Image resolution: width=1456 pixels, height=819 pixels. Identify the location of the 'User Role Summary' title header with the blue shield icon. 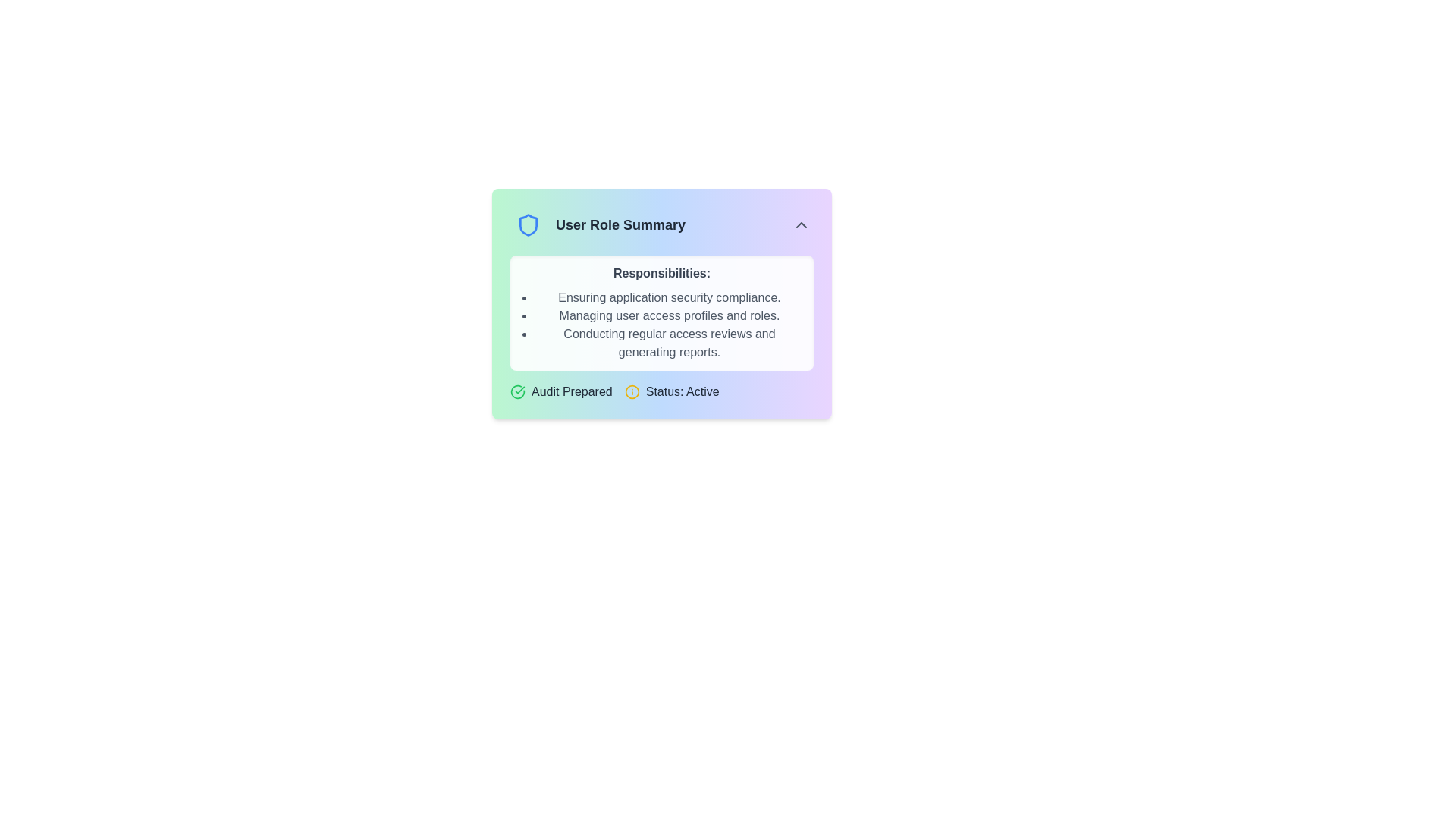
(597, 225).